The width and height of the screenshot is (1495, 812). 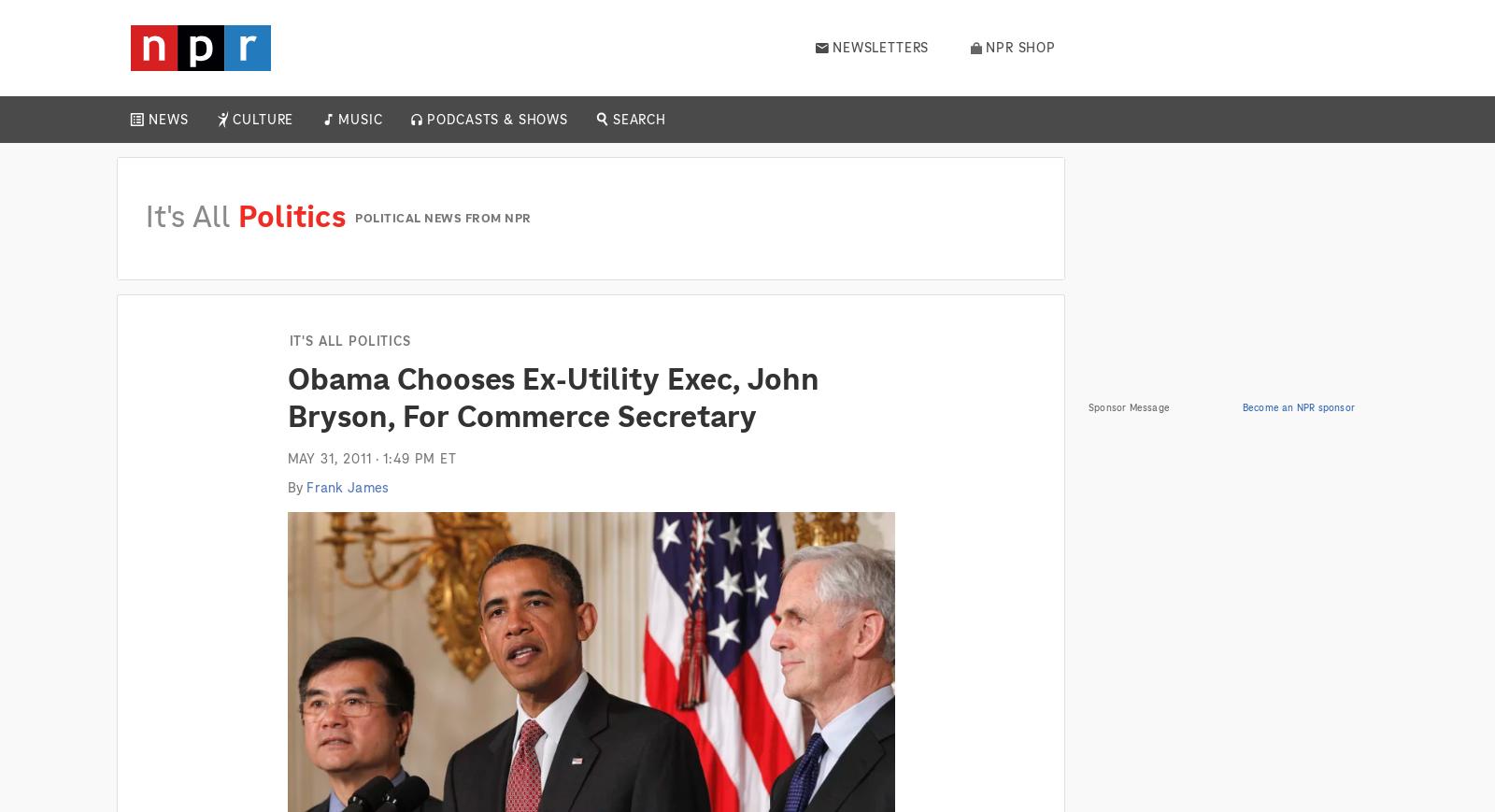 I want to click on 'Up First', so click(x=498, y=354).